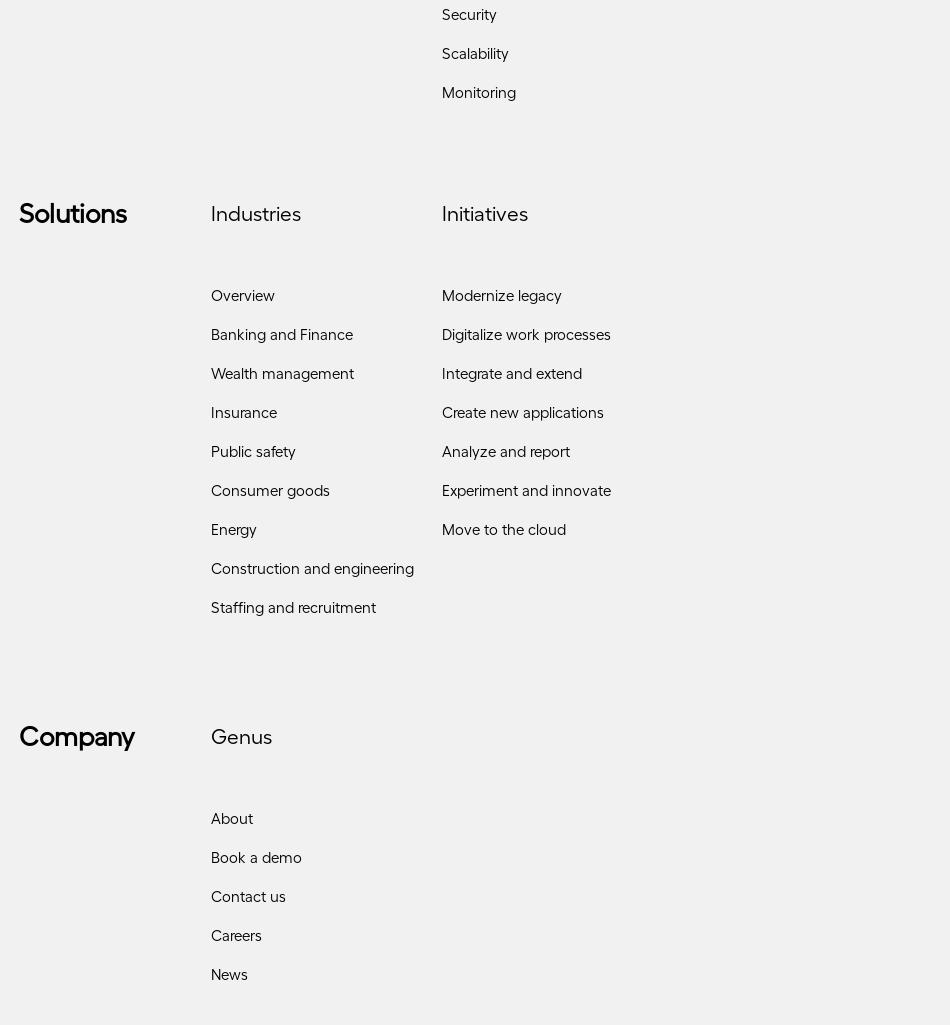 This screenshot has height=1025, width=950. Describe the element at coordinates (210, 612) in the screenshot. I see `'Staffing and recruitment'` at that location.